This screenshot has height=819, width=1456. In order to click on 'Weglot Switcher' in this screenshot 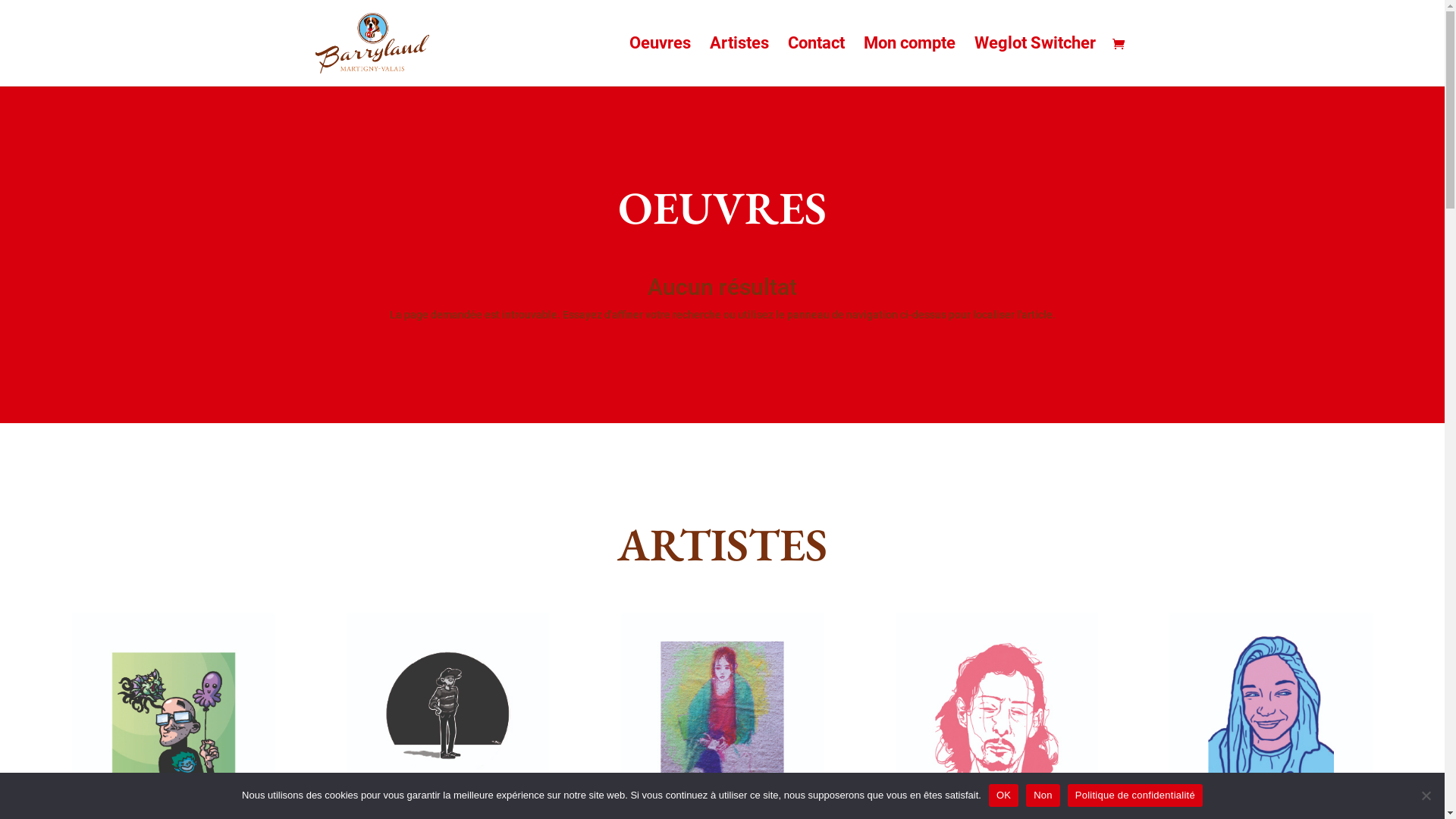, I will do `click(1033, 61)`.